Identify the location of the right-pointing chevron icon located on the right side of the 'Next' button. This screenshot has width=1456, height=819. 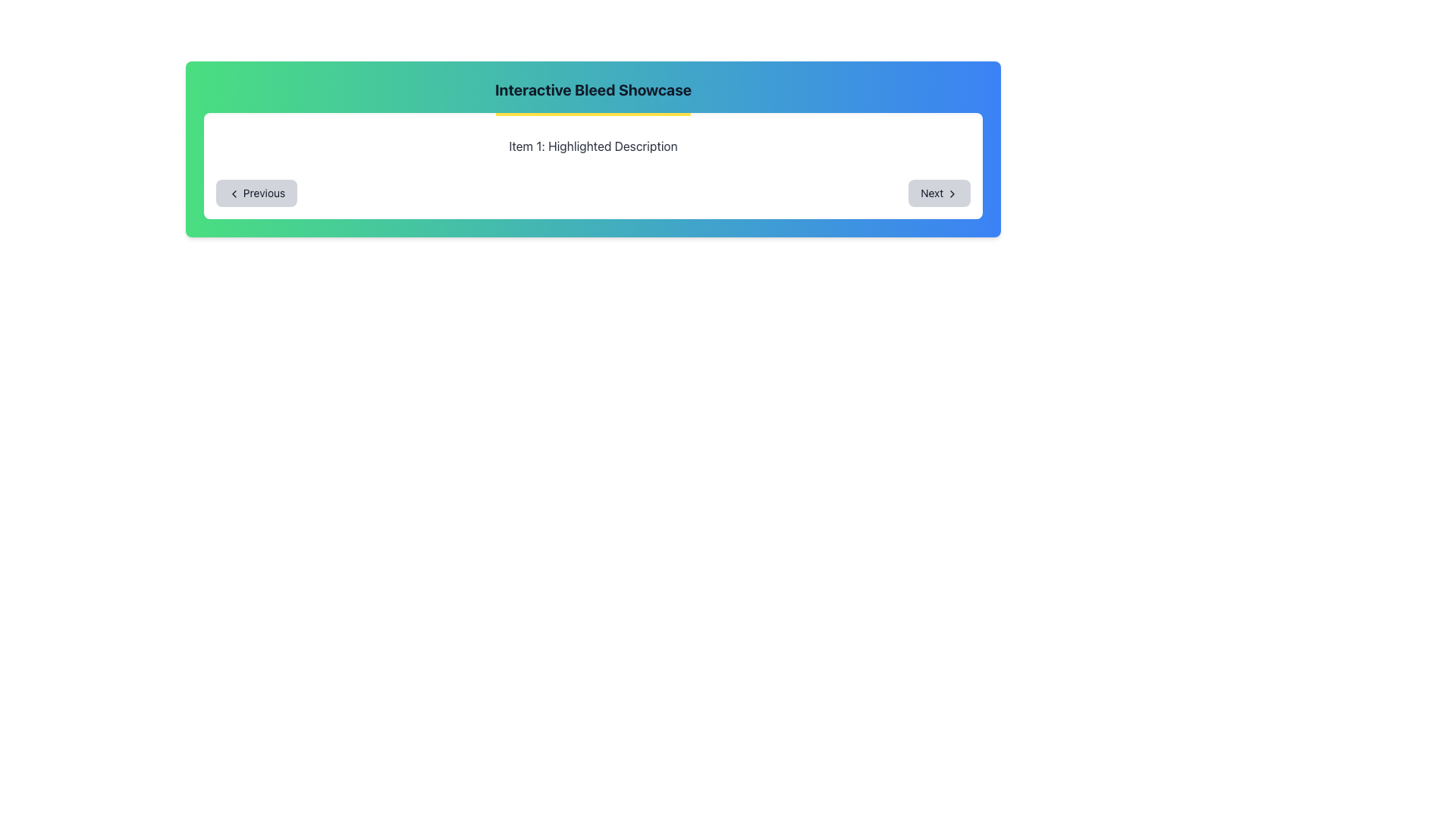
(952, 193).